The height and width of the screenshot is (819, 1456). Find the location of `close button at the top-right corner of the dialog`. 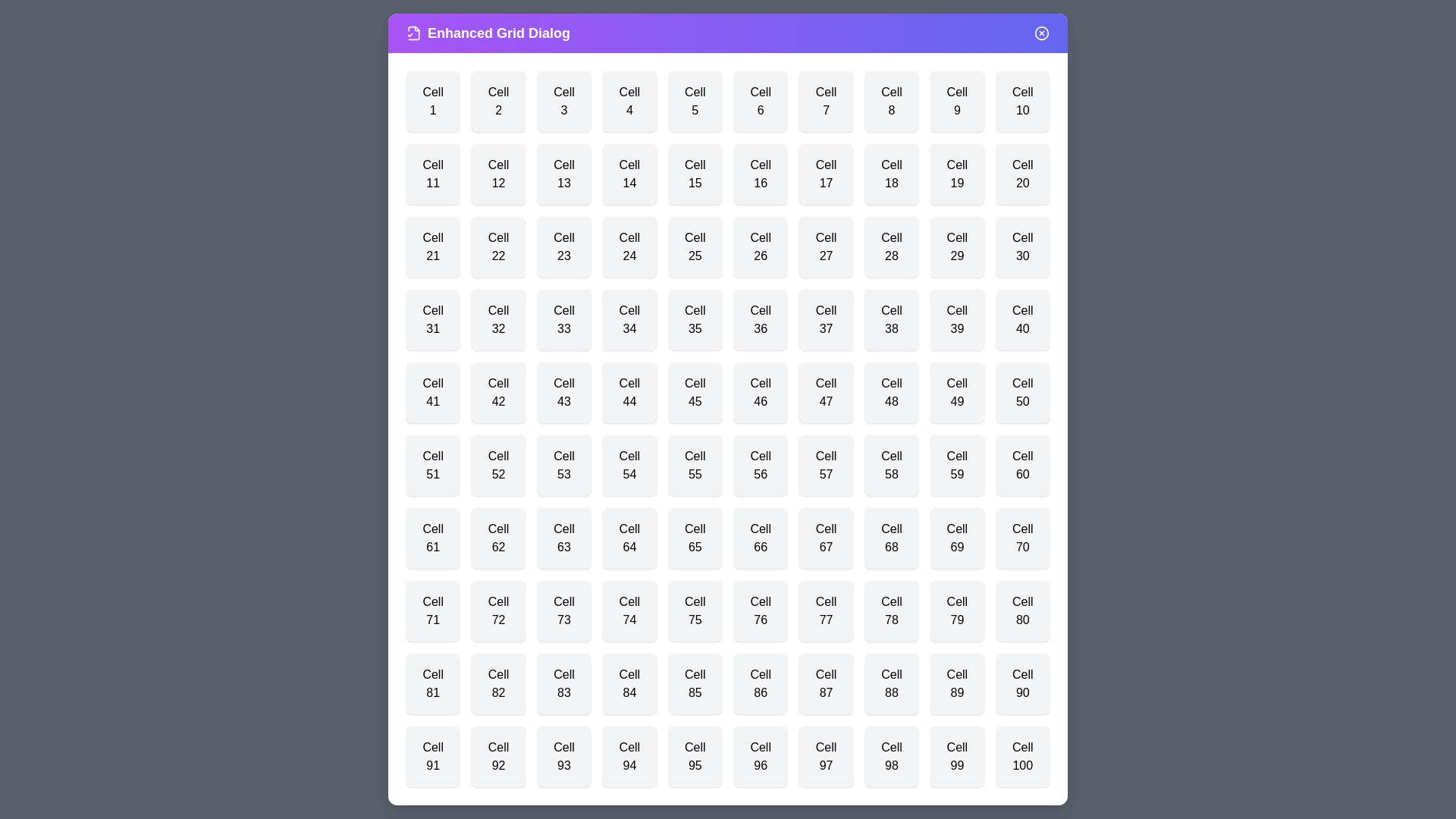

close button at the top-right corner of the dialog is located at coordinates (1040, 33).